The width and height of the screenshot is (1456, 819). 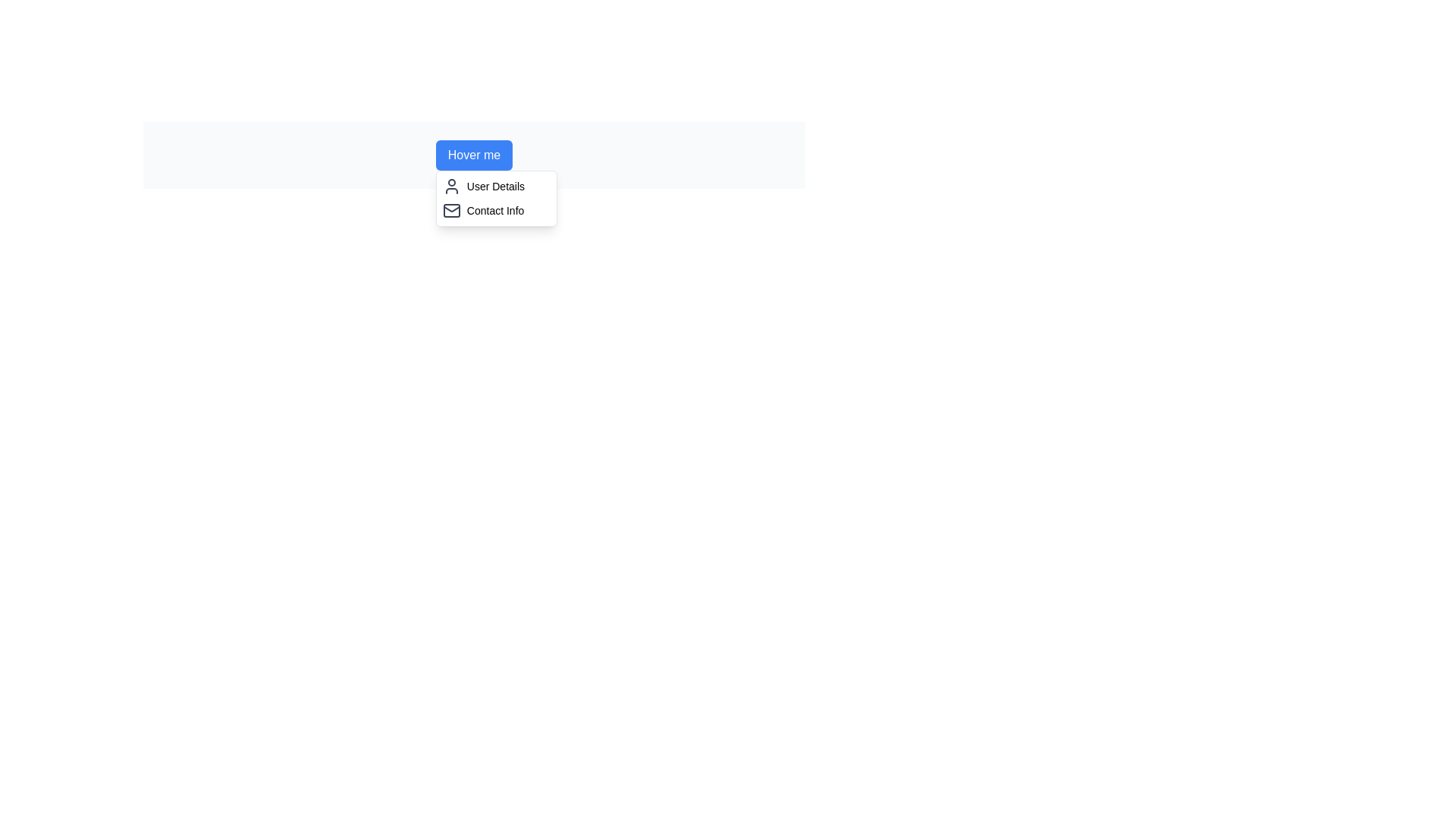 What do you see at coordinates (450, 186) in the screenshot?
I see `the user icon graphic, which has a circular head and shoulder outline in dark gray, located to the left of the text 'User Details' in the dropdown menu, to initiate an action related to user details` at bounding box center [450, 186].